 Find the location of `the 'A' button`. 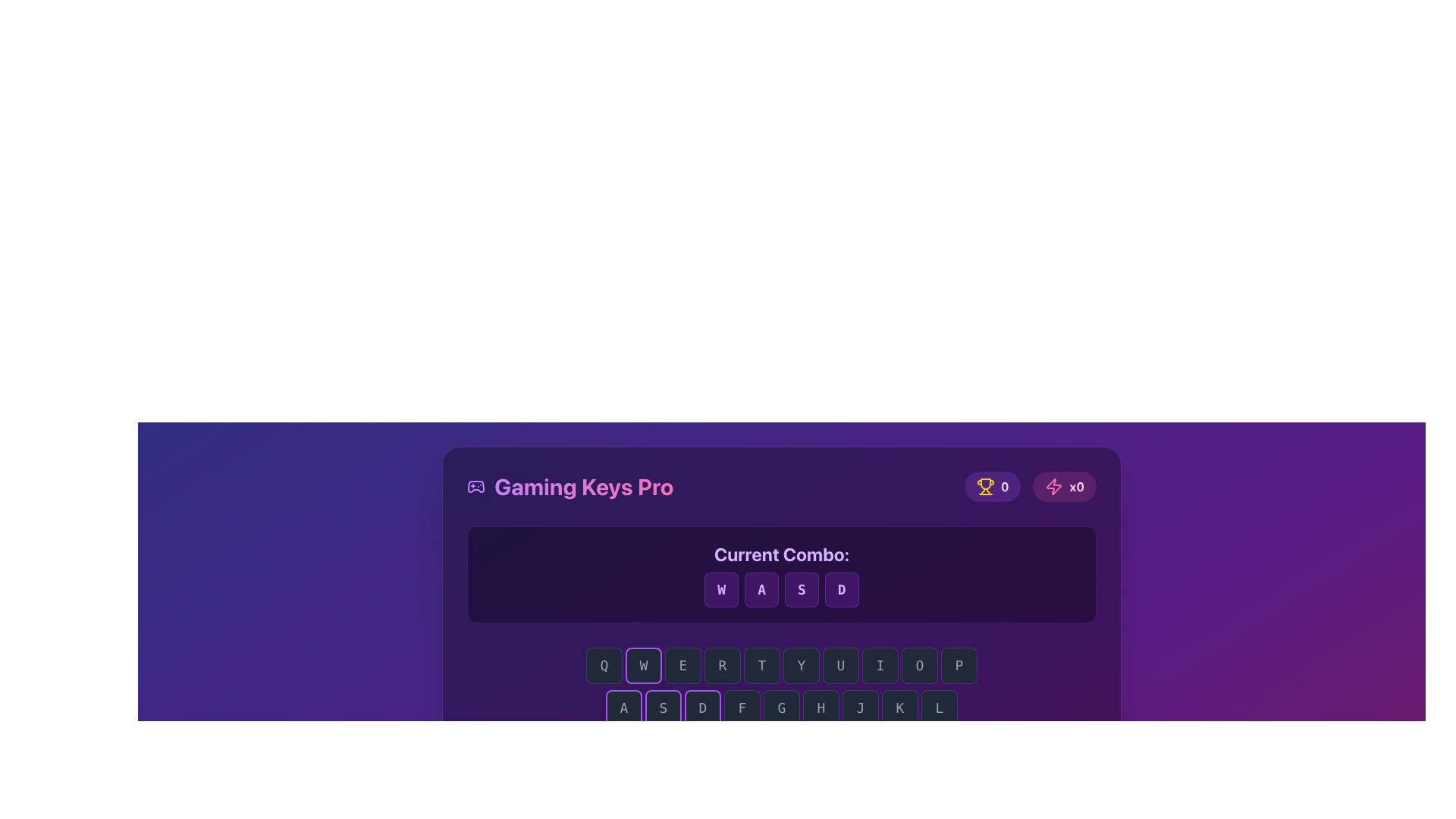

the 'A' button is located at coordinates (782, 575).